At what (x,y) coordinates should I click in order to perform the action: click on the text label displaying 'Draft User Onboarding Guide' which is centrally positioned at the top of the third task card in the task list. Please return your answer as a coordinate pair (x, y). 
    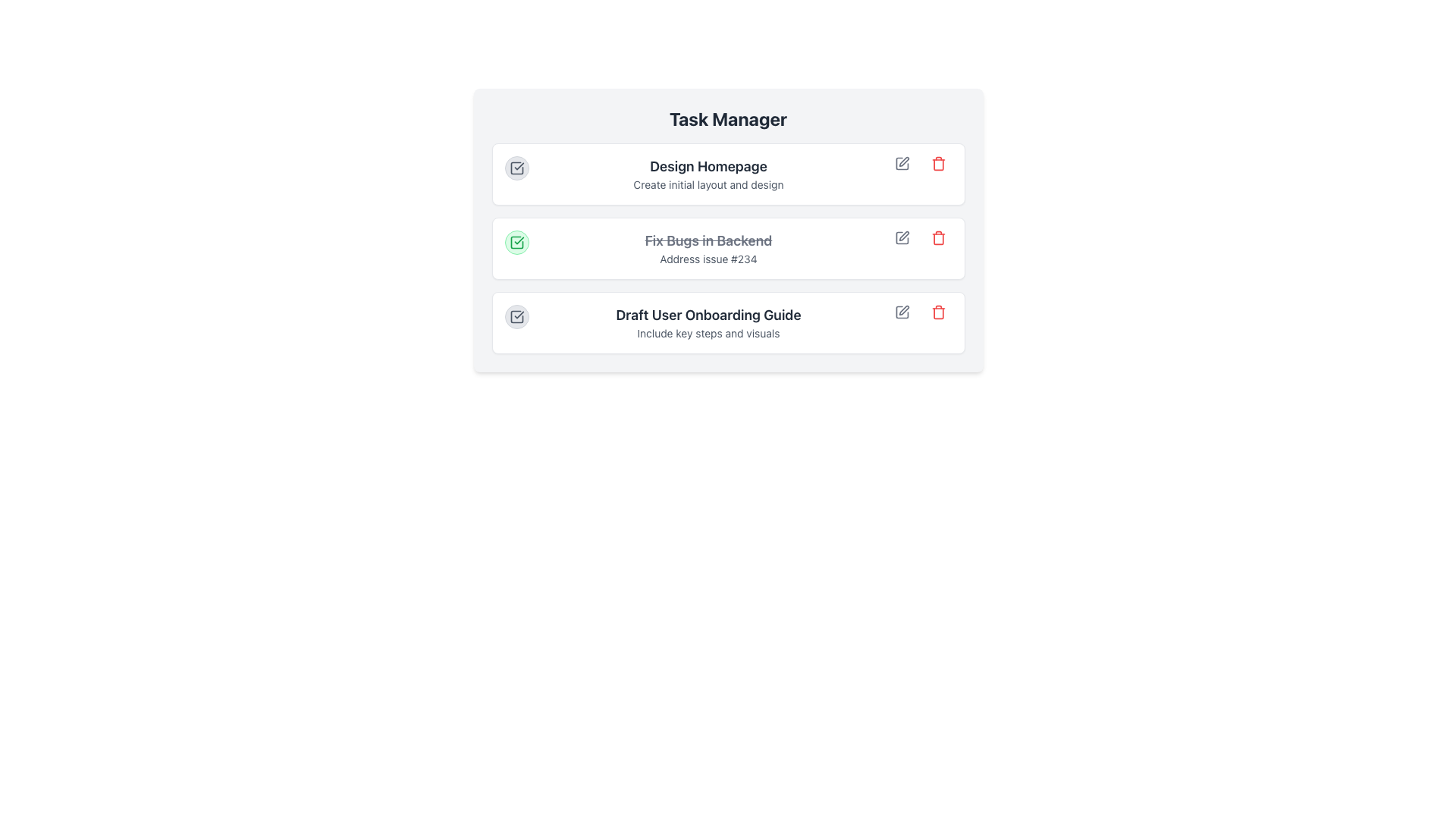
    Looking at the image, I should click on (708, 315).